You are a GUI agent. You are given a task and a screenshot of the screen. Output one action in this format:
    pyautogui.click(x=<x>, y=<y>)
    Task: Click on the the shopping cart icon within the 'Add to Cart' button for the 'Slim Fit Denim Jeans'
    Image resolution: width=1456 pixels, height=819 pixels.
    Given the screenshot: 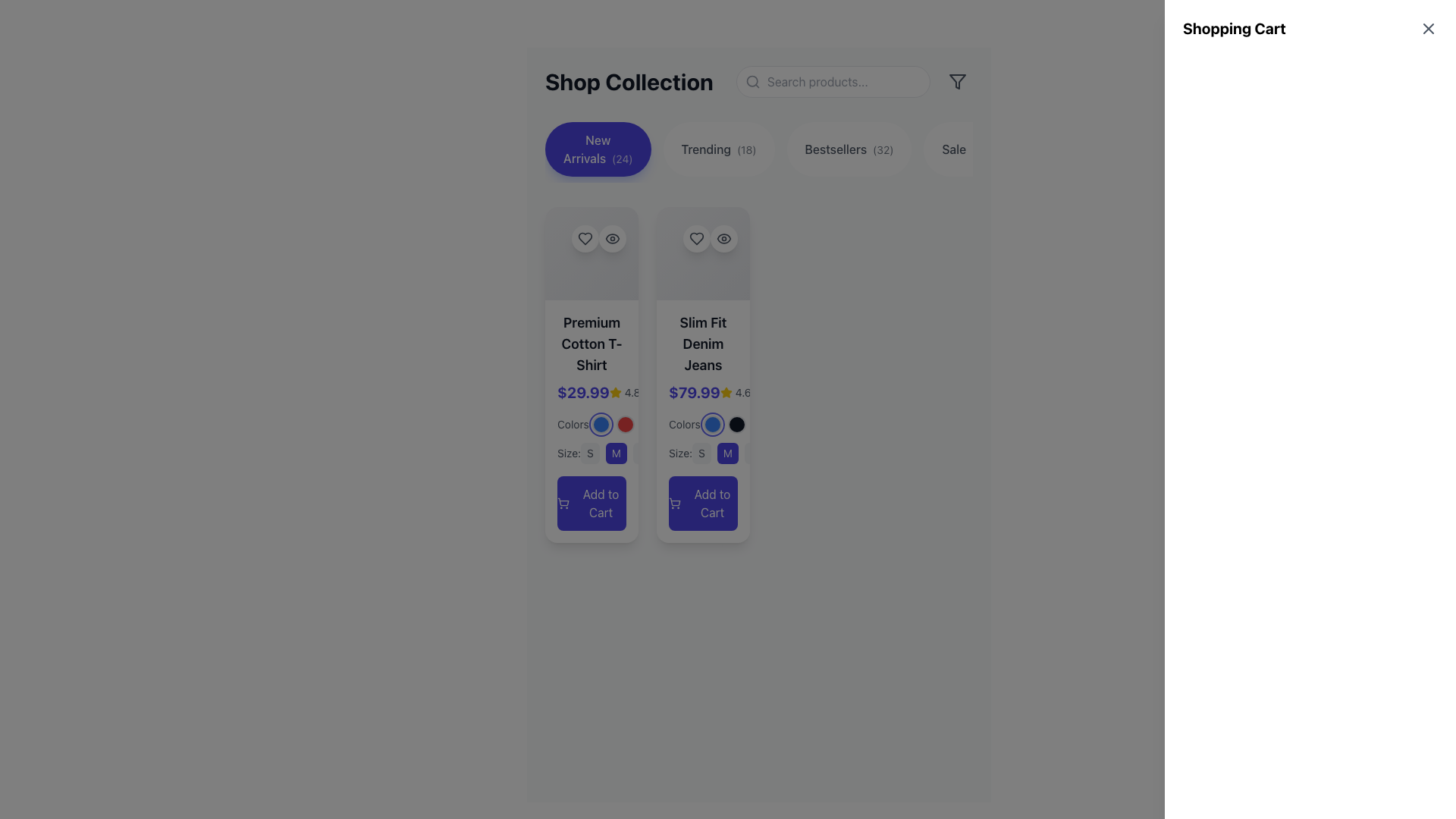 What is the action you would take?
    pyautogui.click(x=674, y=502)
    